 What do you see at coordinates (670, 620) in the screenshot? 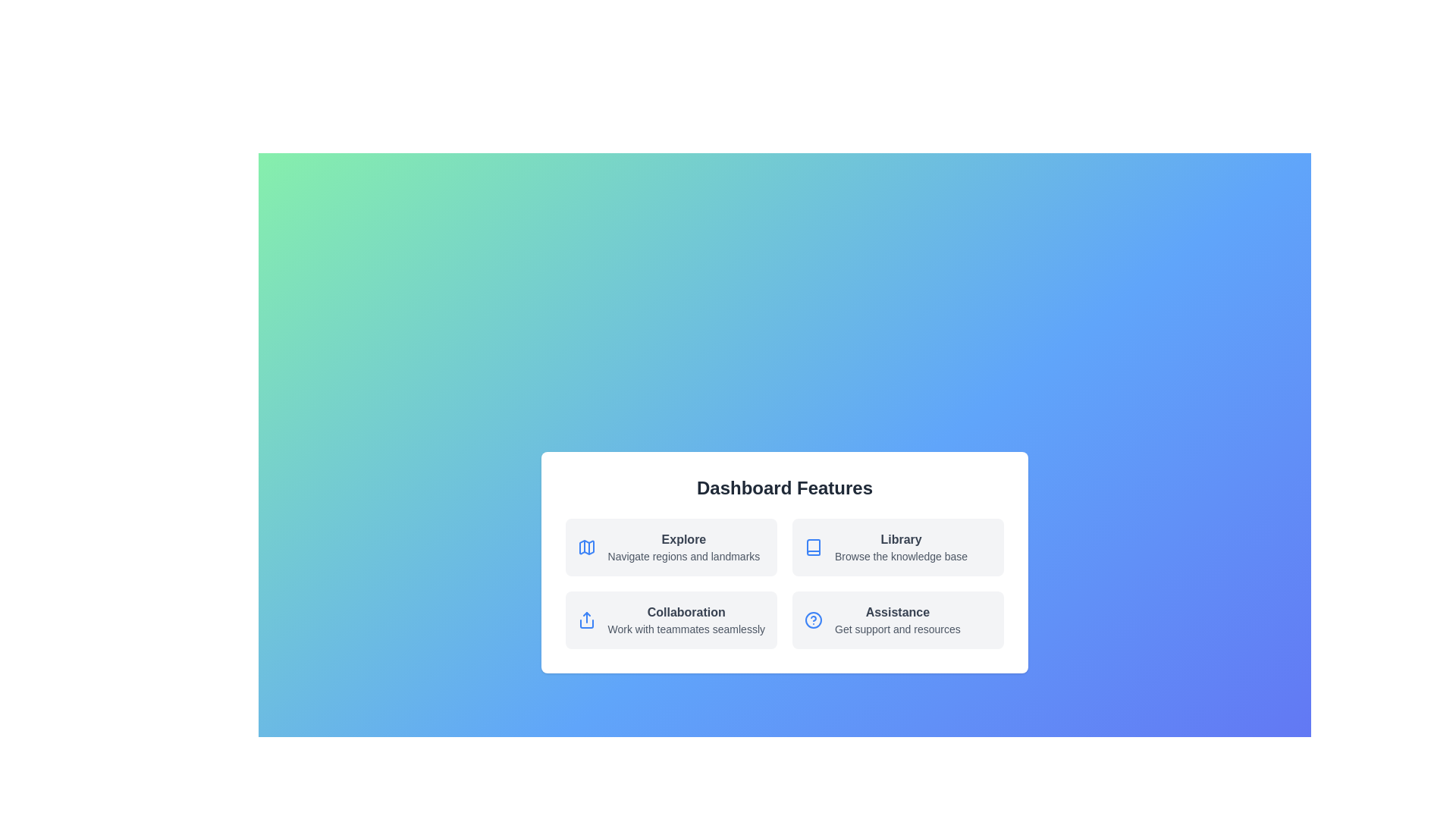
I see `the Collaboration tile to explore its functionalities` at bounding box center [670, 620].